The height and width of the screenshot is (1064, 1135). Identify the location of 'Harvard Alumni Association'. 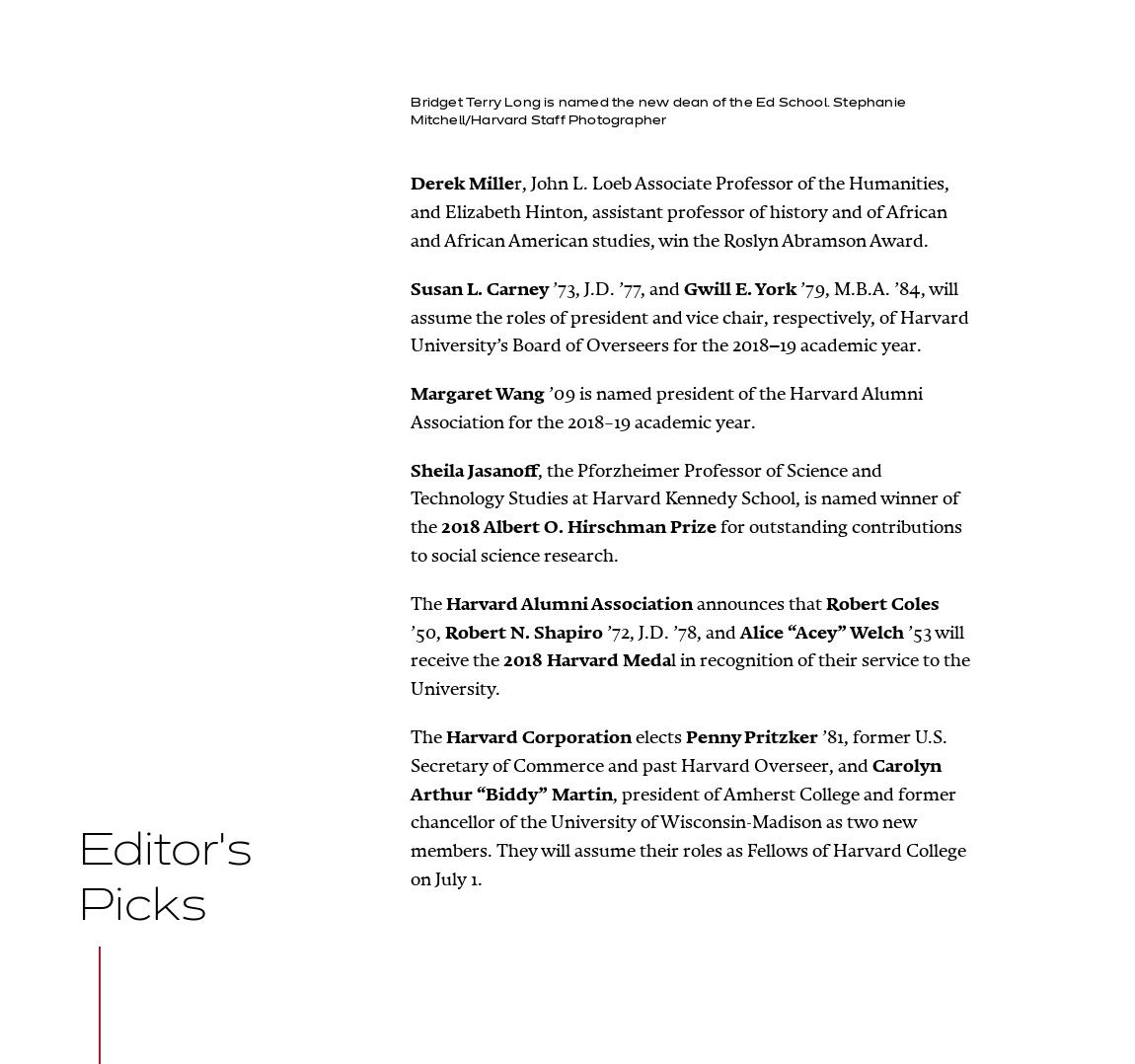
(567, 603).